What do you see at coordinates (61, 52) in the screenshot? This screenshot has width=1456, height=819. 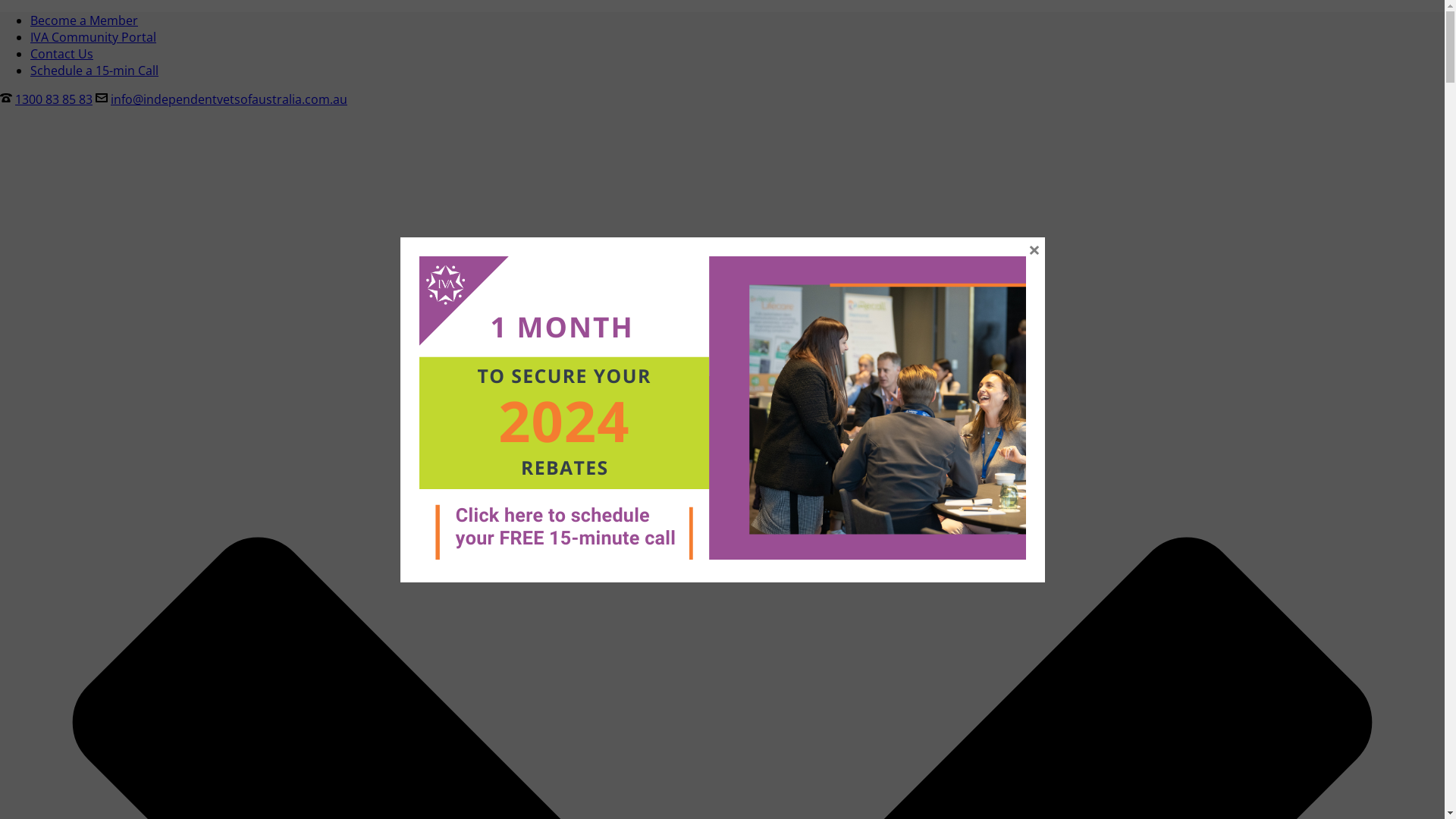 I see `'Contact Us'` at bounding box center [61, 52].